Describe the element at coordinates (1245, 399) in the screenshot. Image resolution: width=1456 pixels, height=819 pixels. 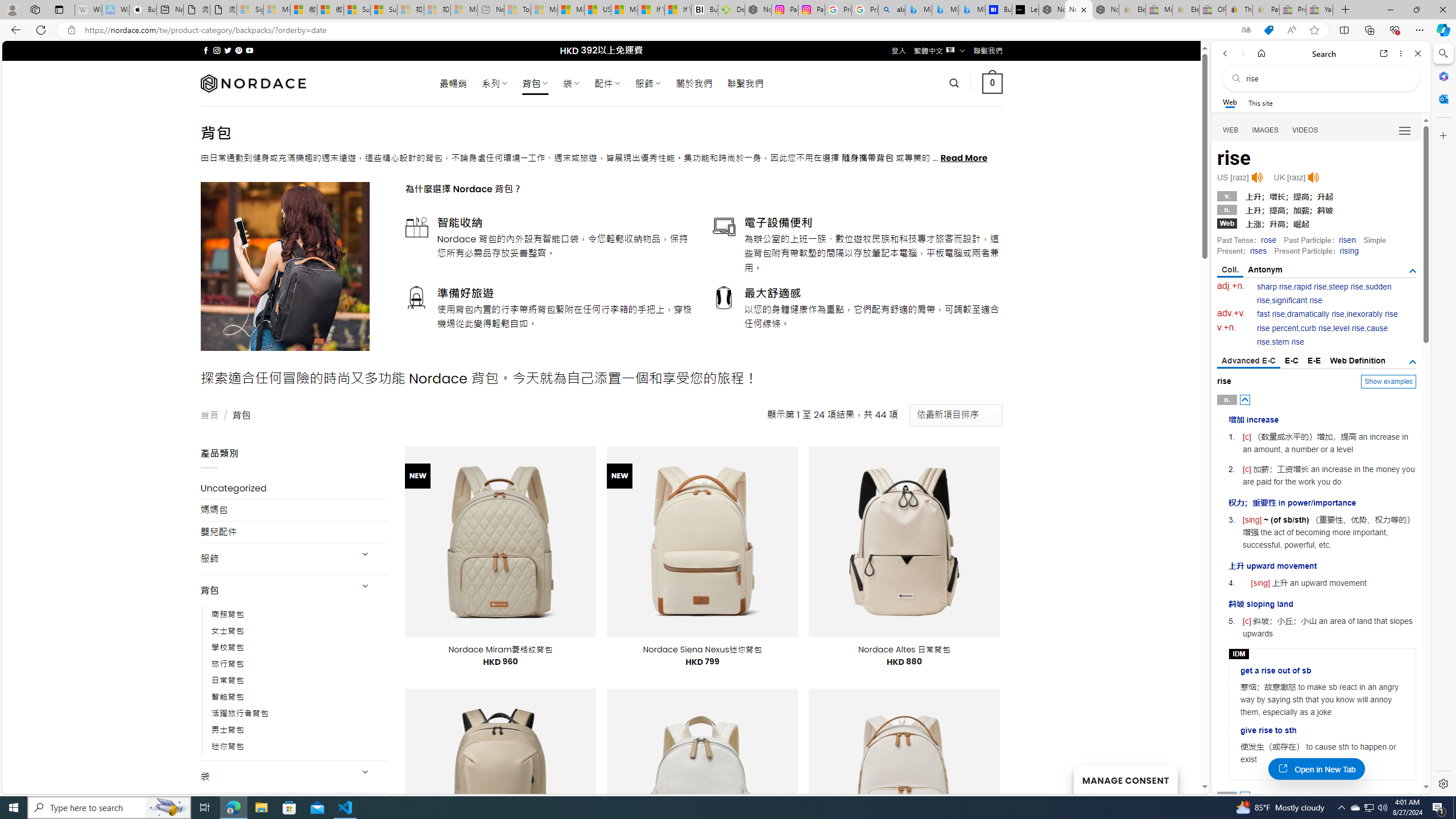
I see `'AutomationID: posbtn_0'` at that location.